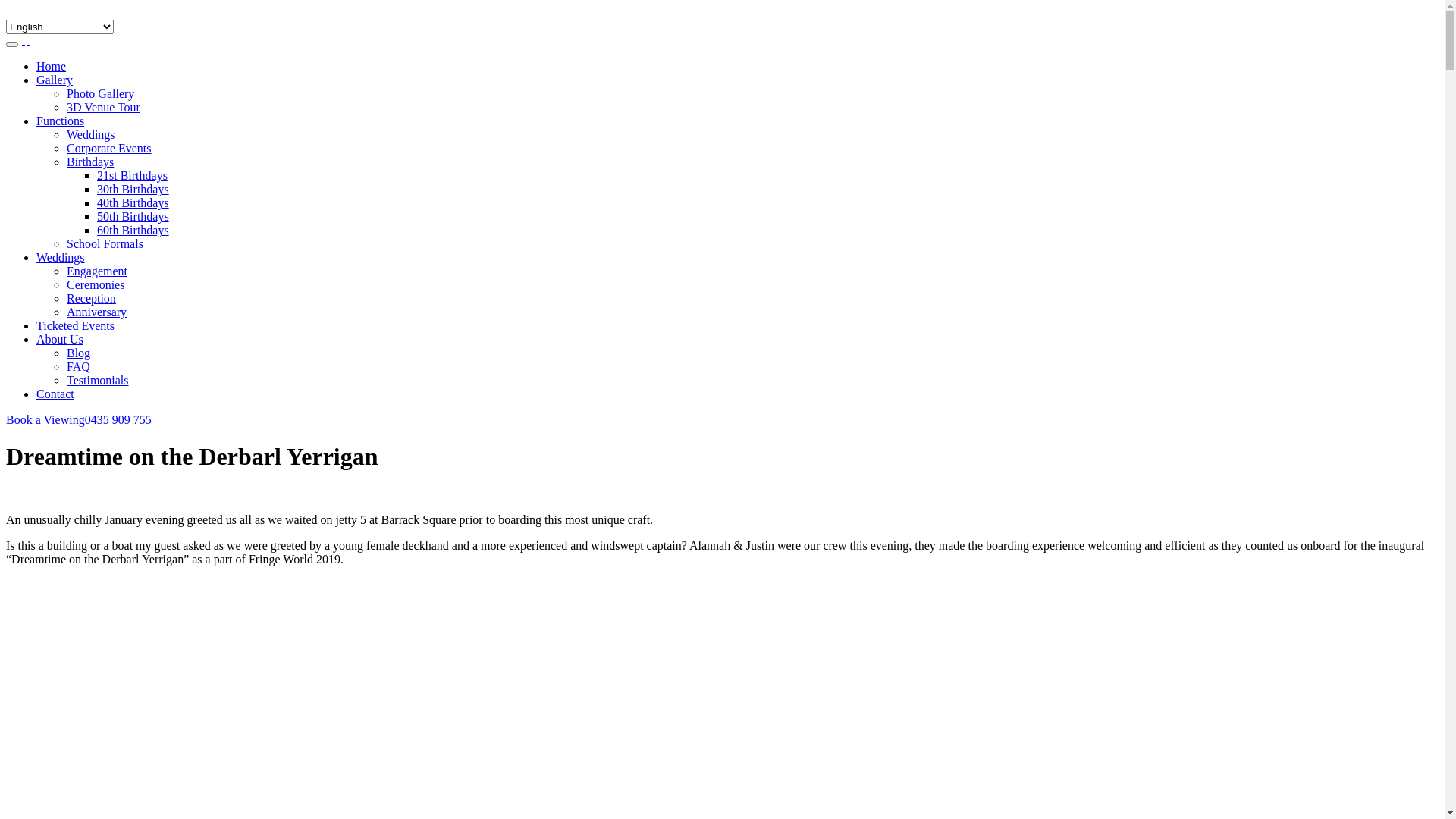 This screenshot has width=1456, height=819. What do you see at coordinates (65, 298) in the screenshot?
I see `'Reception'` at bounding box center [65, 298].